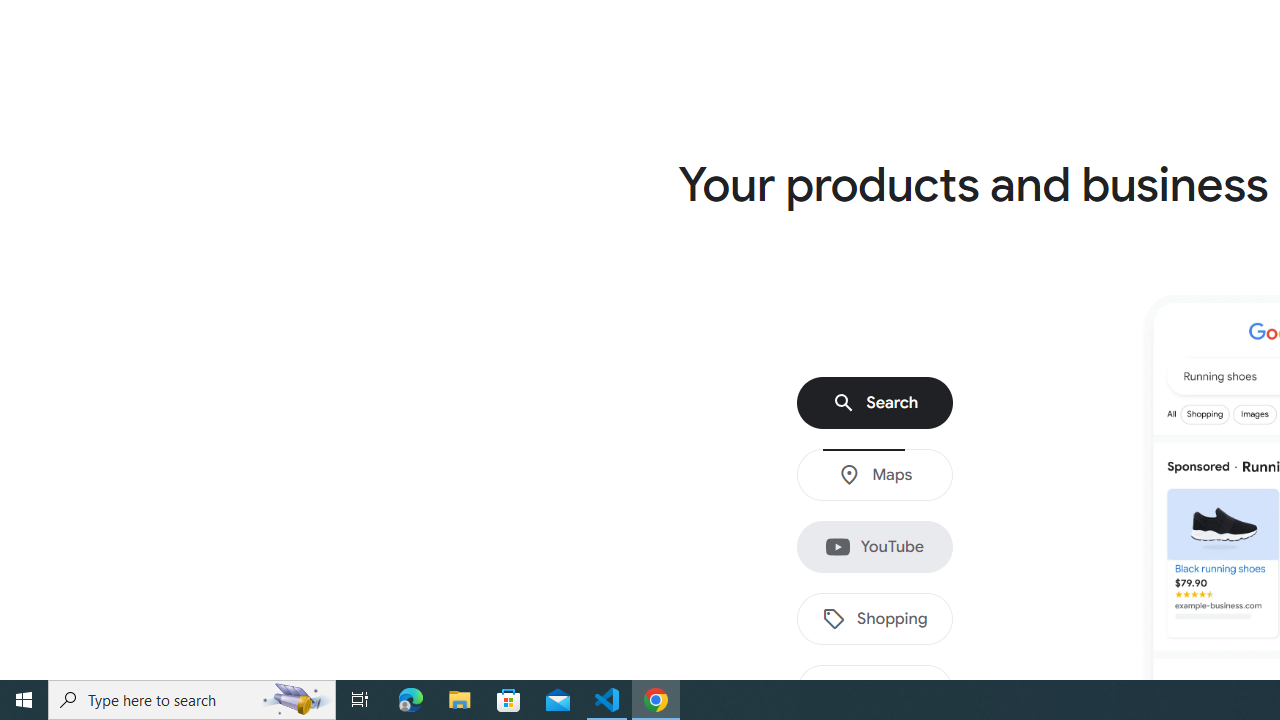 The height and width of the screenshot is (720, 1280). Describe the element at coordinates (509, 698) in the screenshot. I see `'Microsoft Store'` at that location.